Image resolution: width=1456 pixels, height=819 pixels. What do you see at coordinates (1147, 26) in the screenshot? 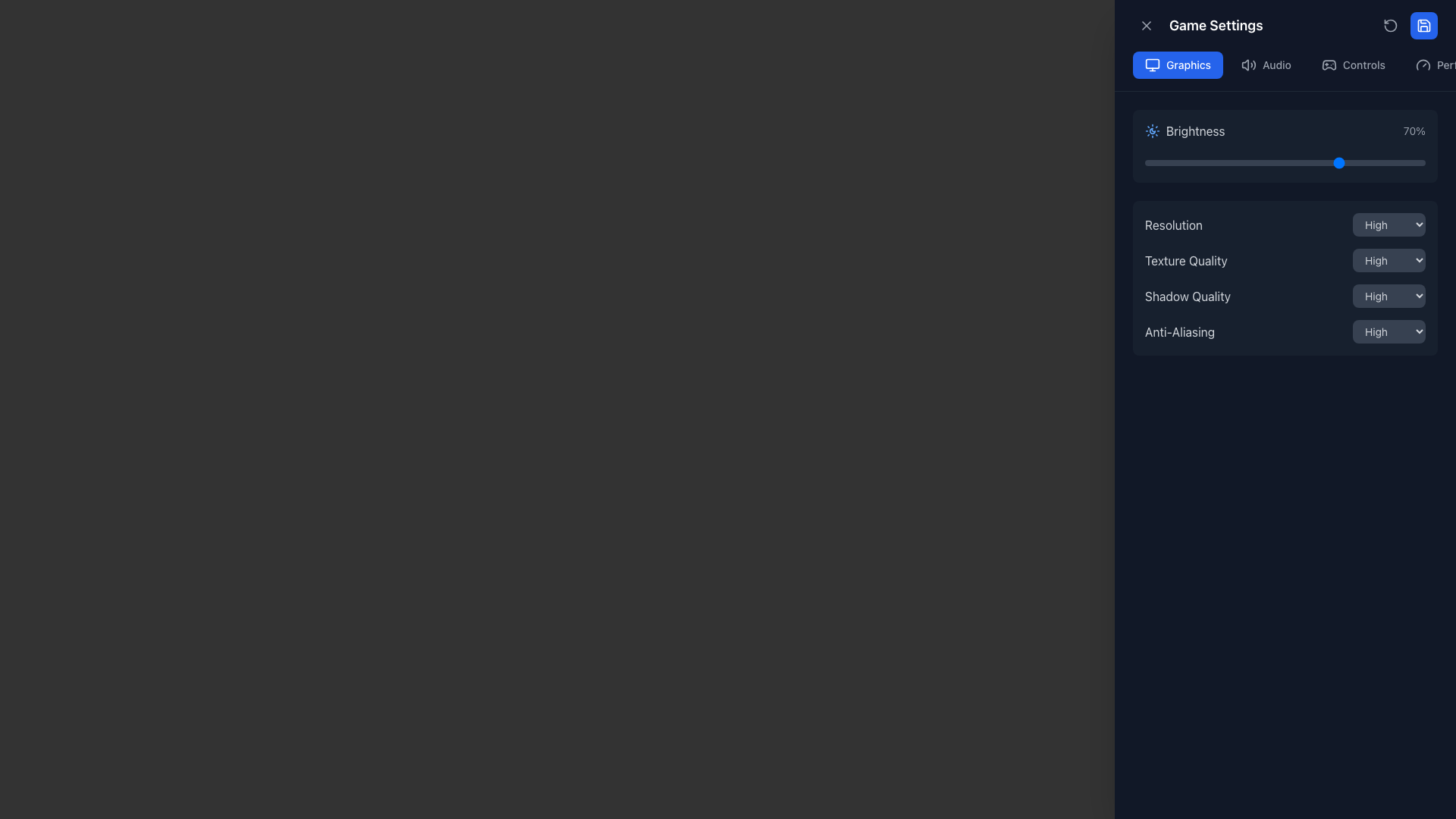
I see `the close button located in the top-left section of the settings panel, adjacent to the title 'Game Settings'` at bounding box center [1147, 26].